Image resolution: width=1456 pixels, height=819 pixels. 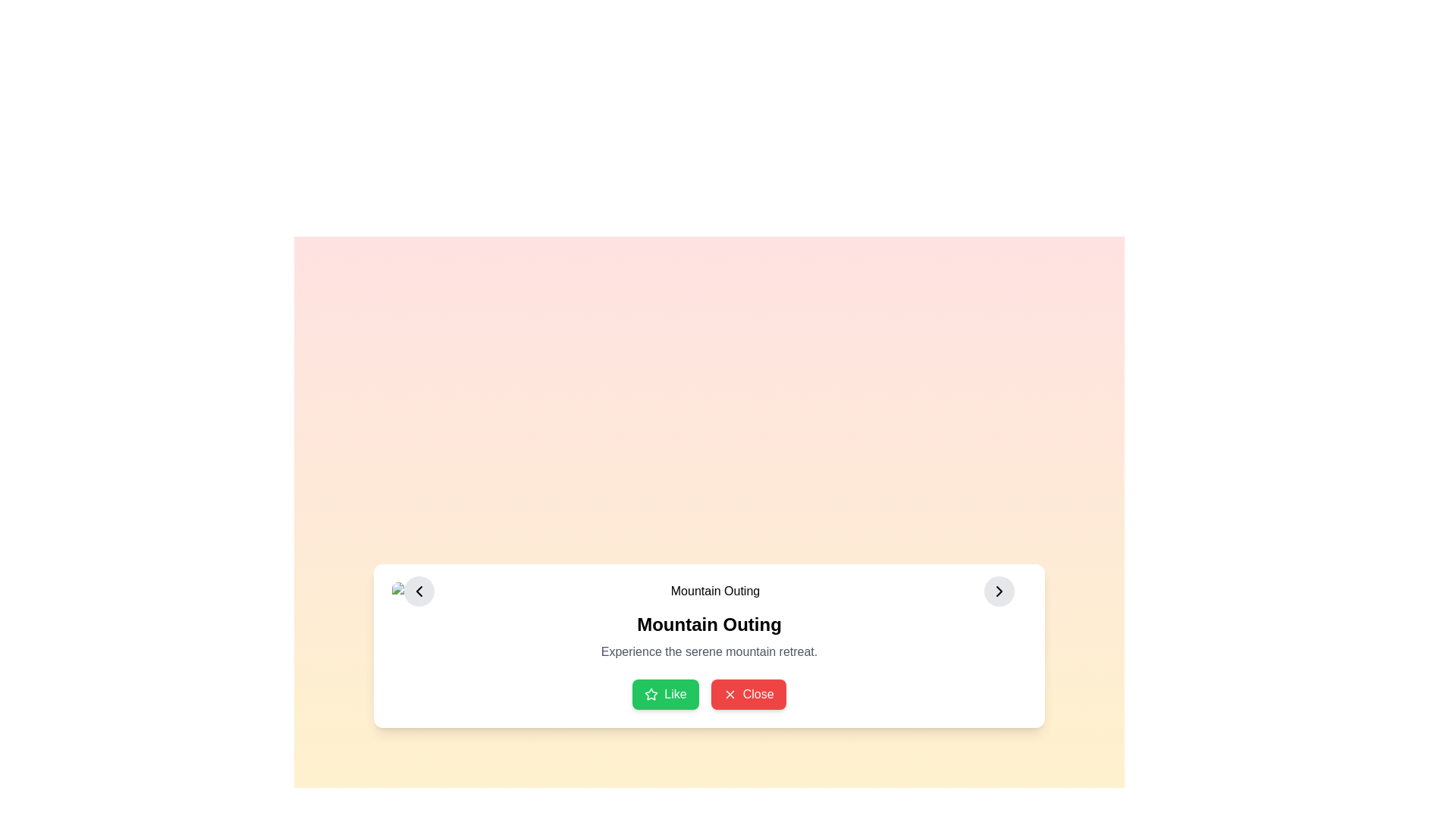 I want to click on the navigation button located in the top-right corner next to the 'Mountain Outing' image, so click(x=999, y=590).